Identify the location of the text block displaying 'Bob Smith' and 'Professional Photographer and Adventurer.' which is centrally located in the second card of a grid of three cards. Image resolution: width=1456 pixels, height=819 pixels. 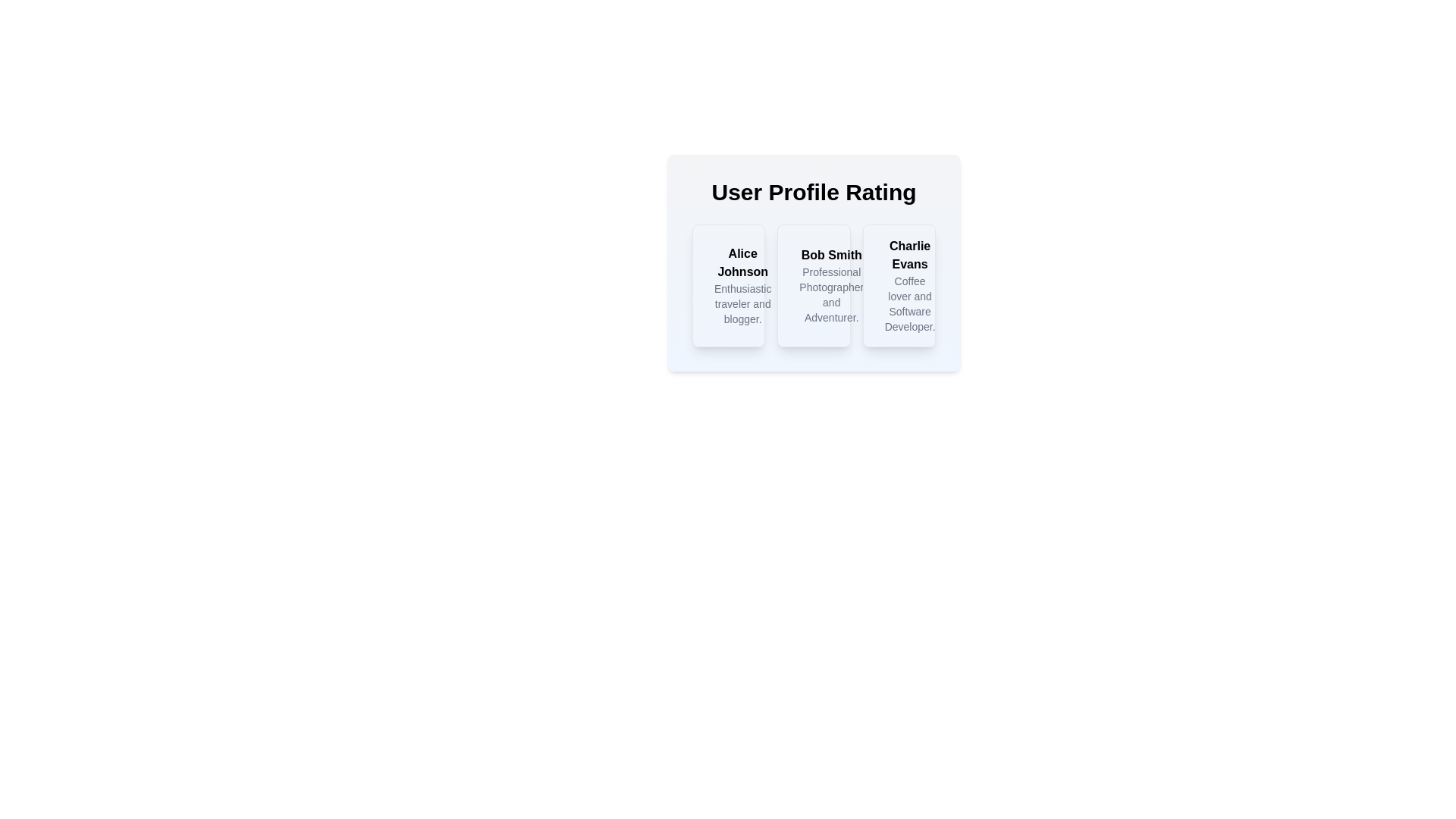
(813, 286).